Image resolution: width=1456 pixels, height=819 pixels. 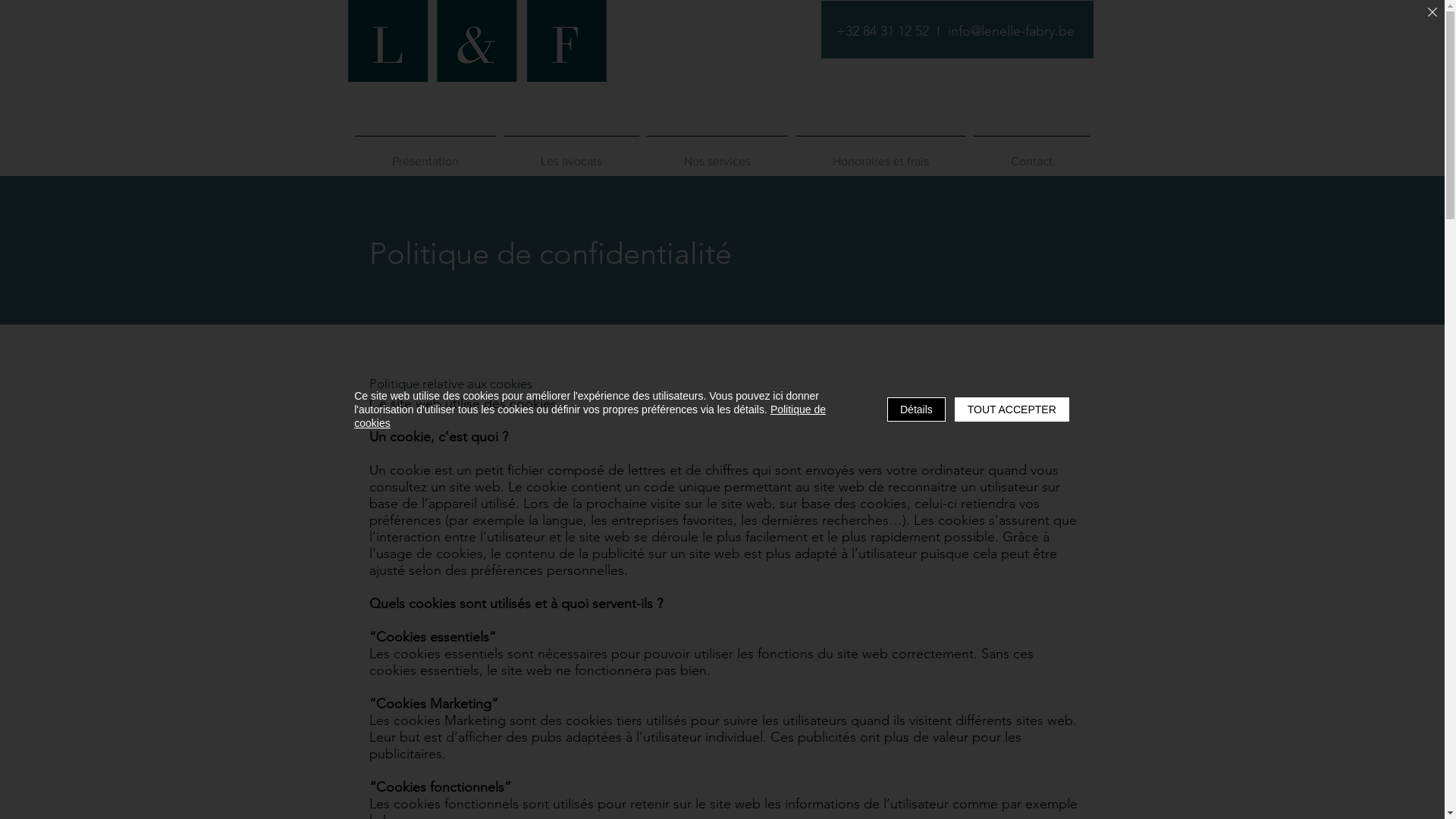 I want to click on 'Contact', so click(x=1031, y=155).